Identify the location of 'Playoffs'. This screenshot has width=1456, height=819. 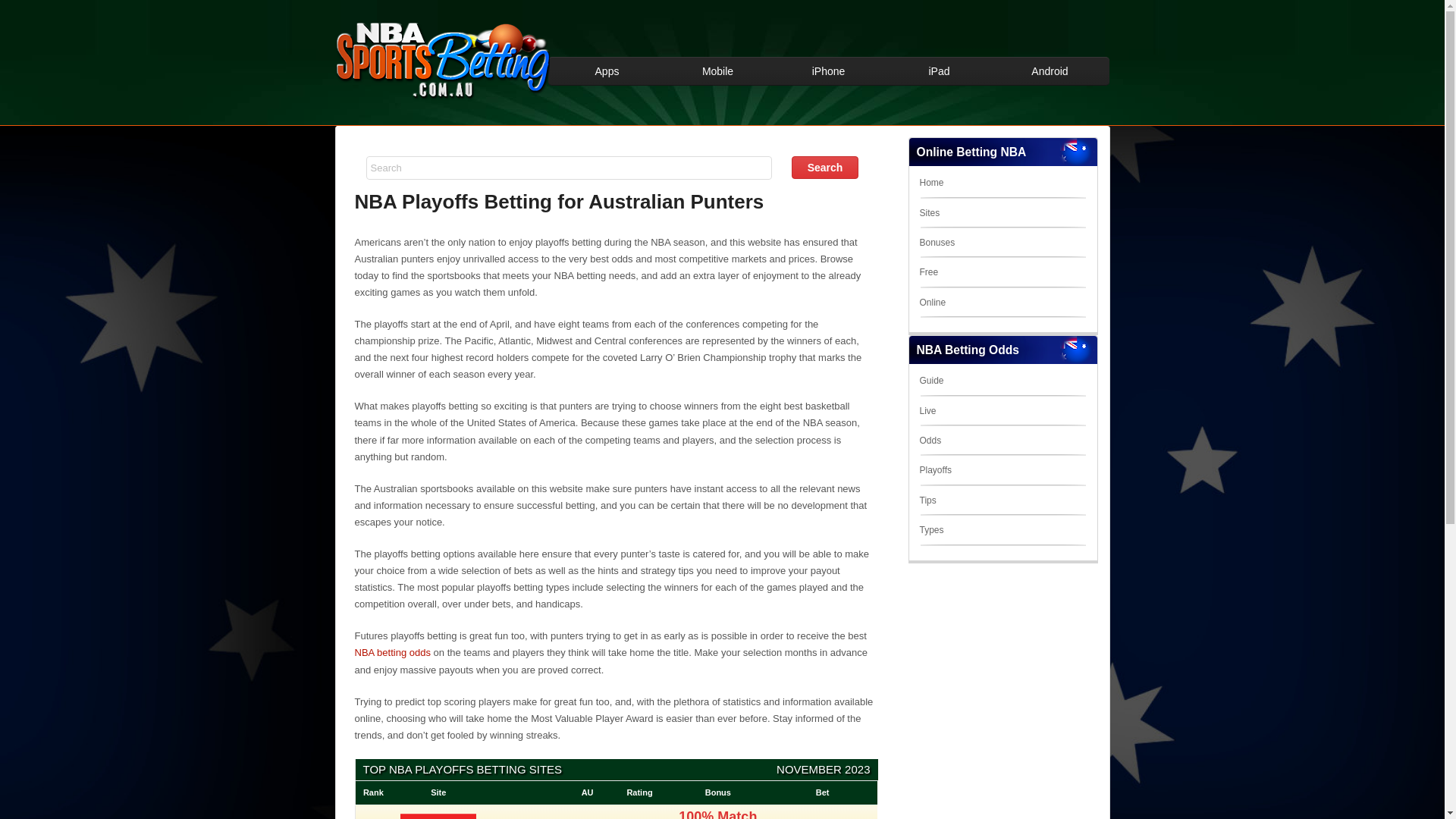
(934, 469).